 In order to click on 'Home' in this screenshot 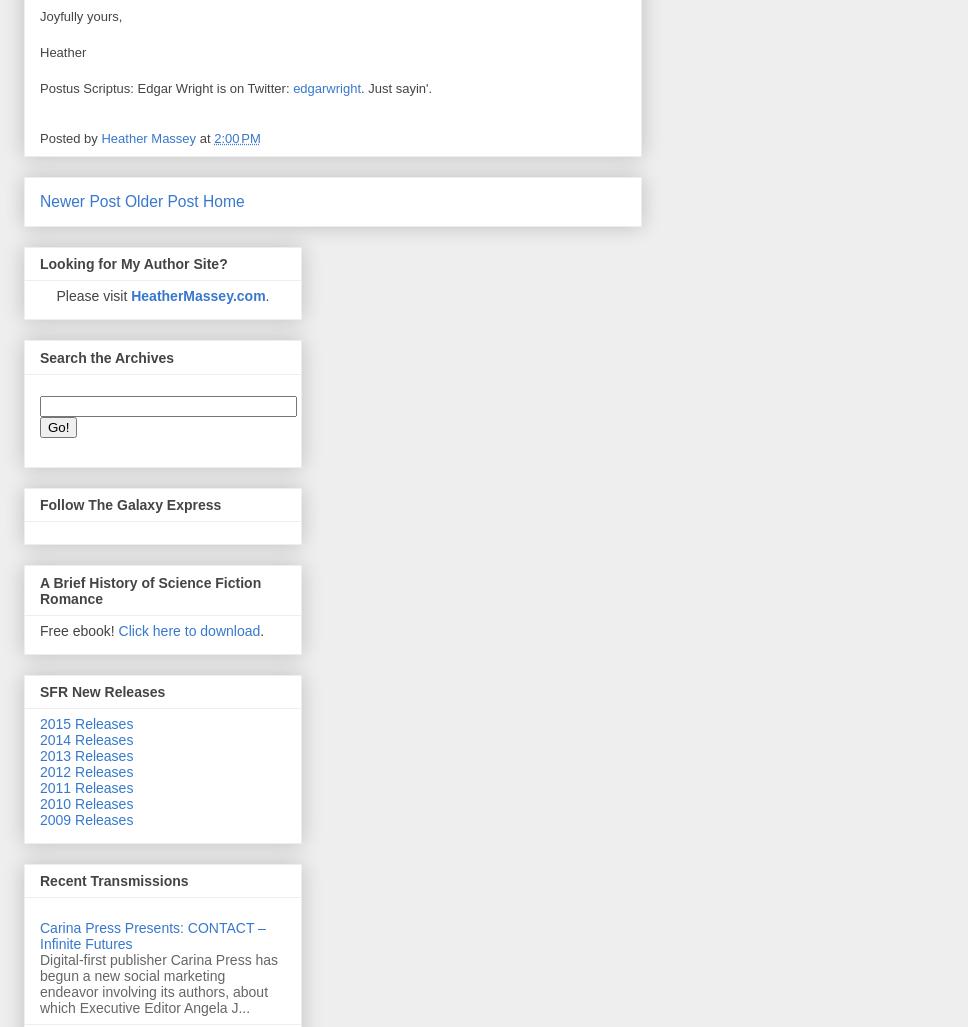, I will do `click(222, 199)`.